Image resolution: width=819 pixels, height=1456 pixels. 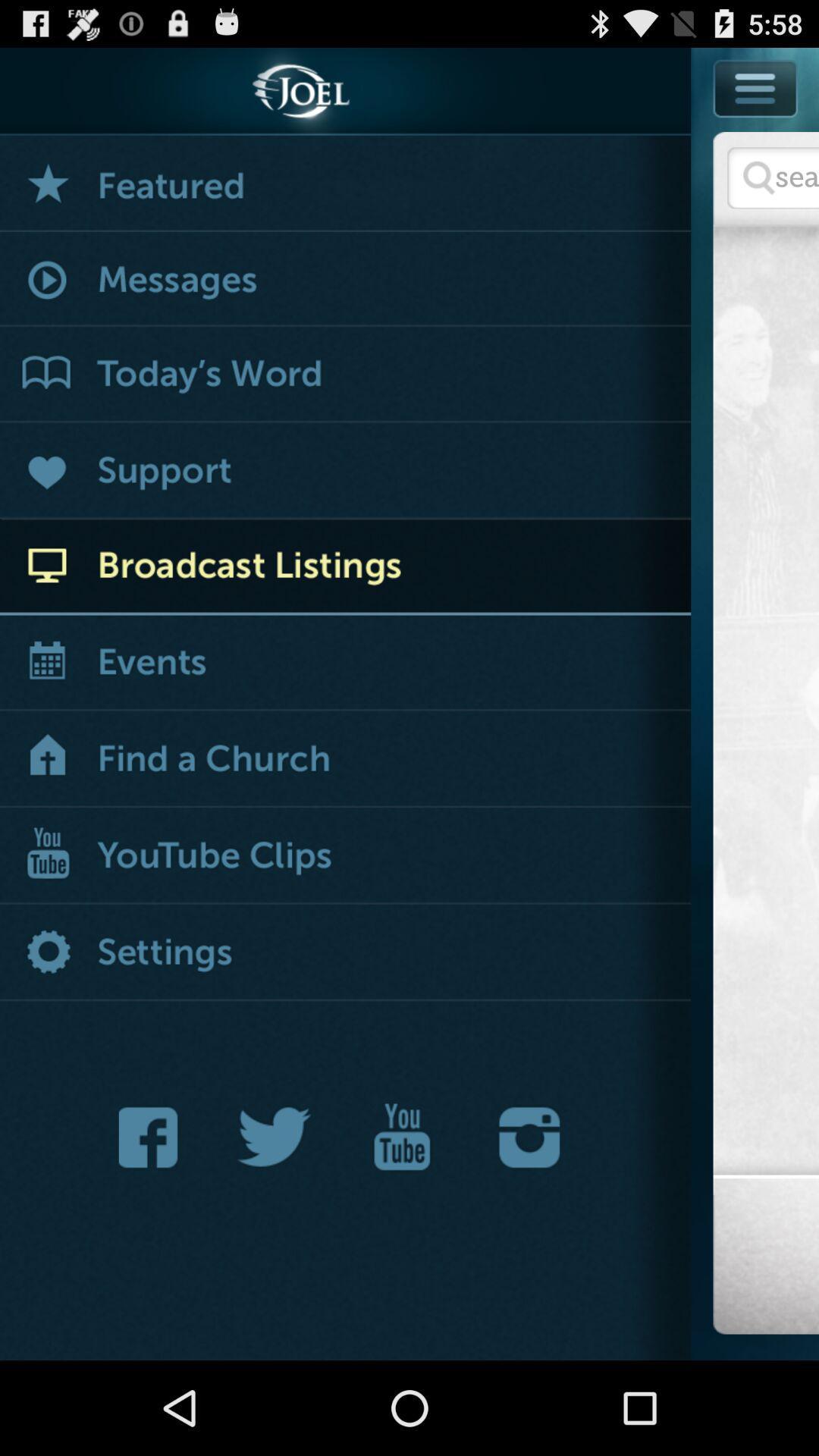 I want to click on search, so click(x=773, y=177).